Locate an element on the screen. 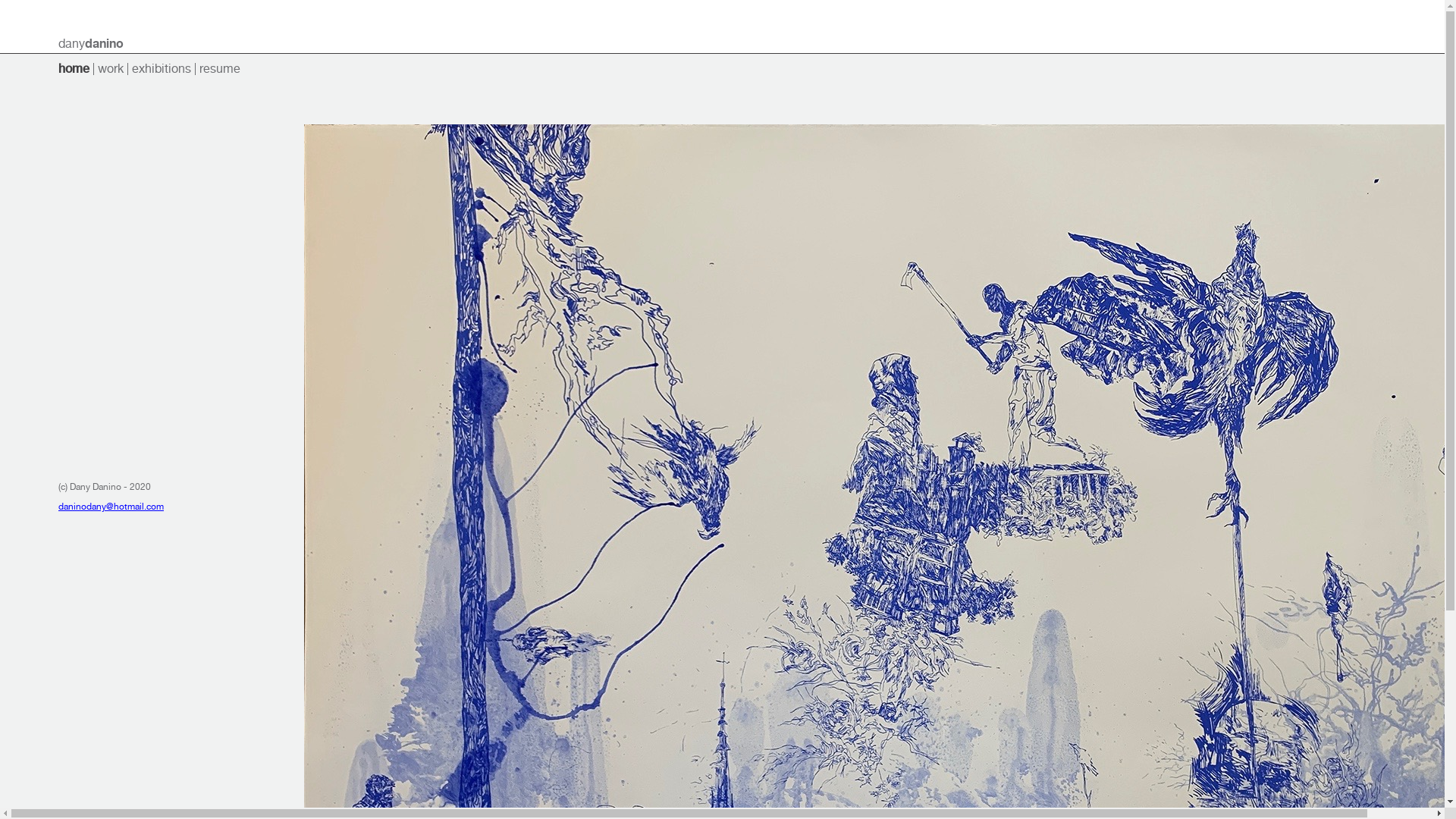 This screenshot has height=819, width=1456. 'work' is located at coordinates (109, 68).